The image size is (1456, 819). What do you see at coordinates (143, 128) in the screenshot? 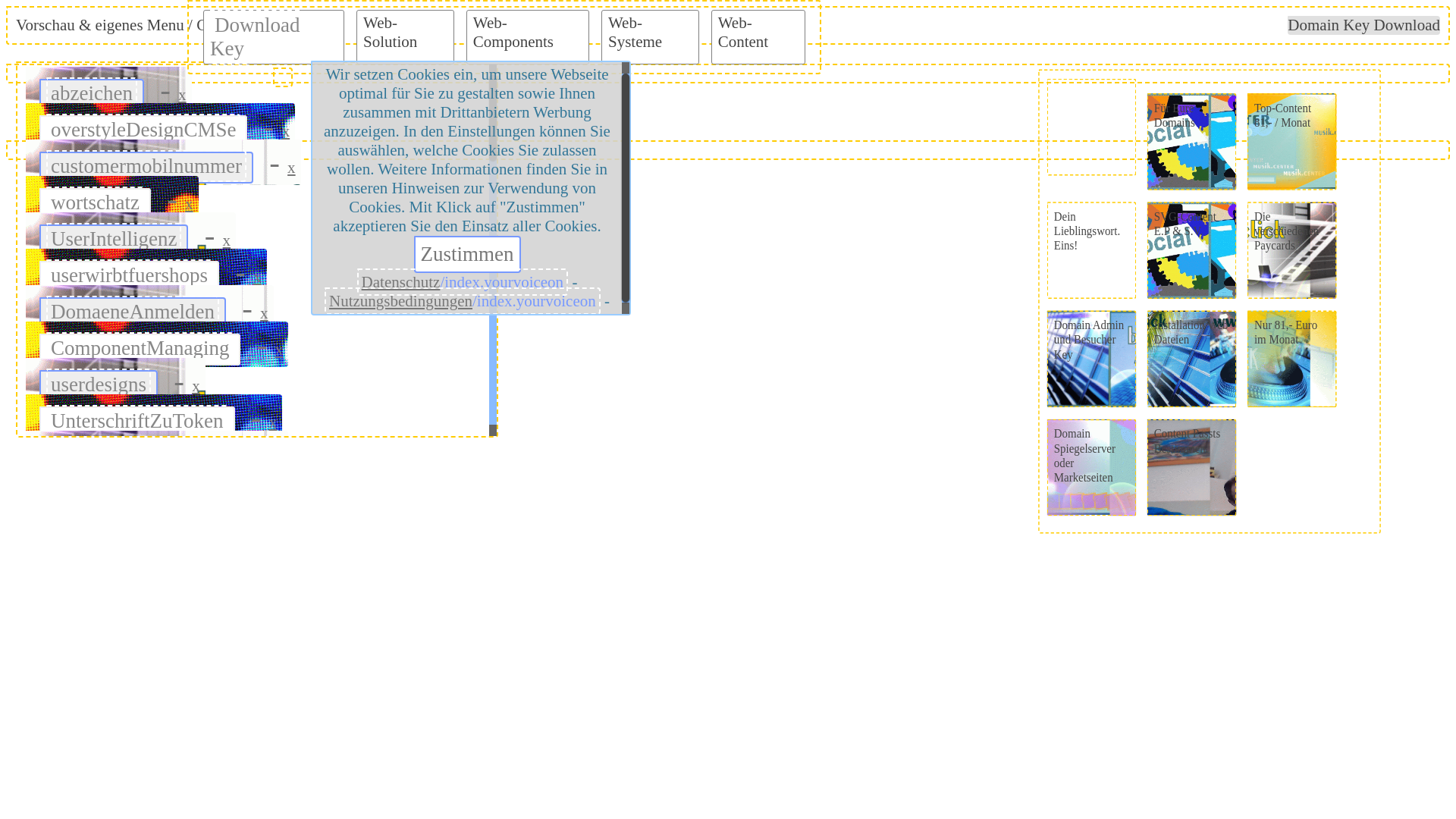
I see `'overstyleDesignCMSe'` at bounding box center [143, 128].